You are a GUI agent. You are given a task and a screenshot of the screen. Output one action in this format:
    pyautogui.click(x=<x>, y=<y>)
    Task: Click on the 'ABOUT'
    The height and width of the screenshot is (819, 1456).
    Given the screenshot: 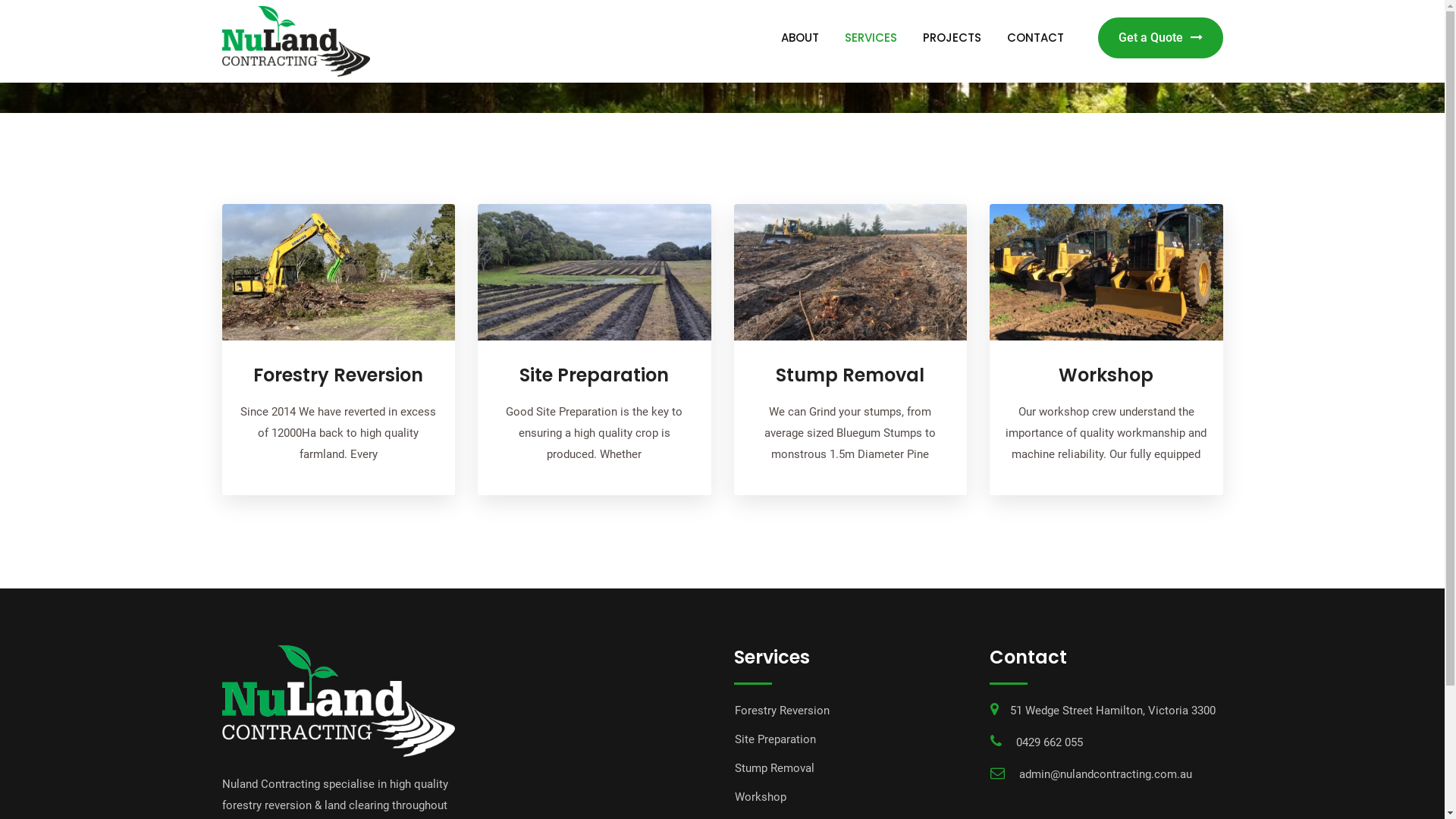 What is the action you would take?
    pyautogui.click(x=768, y=37)
    